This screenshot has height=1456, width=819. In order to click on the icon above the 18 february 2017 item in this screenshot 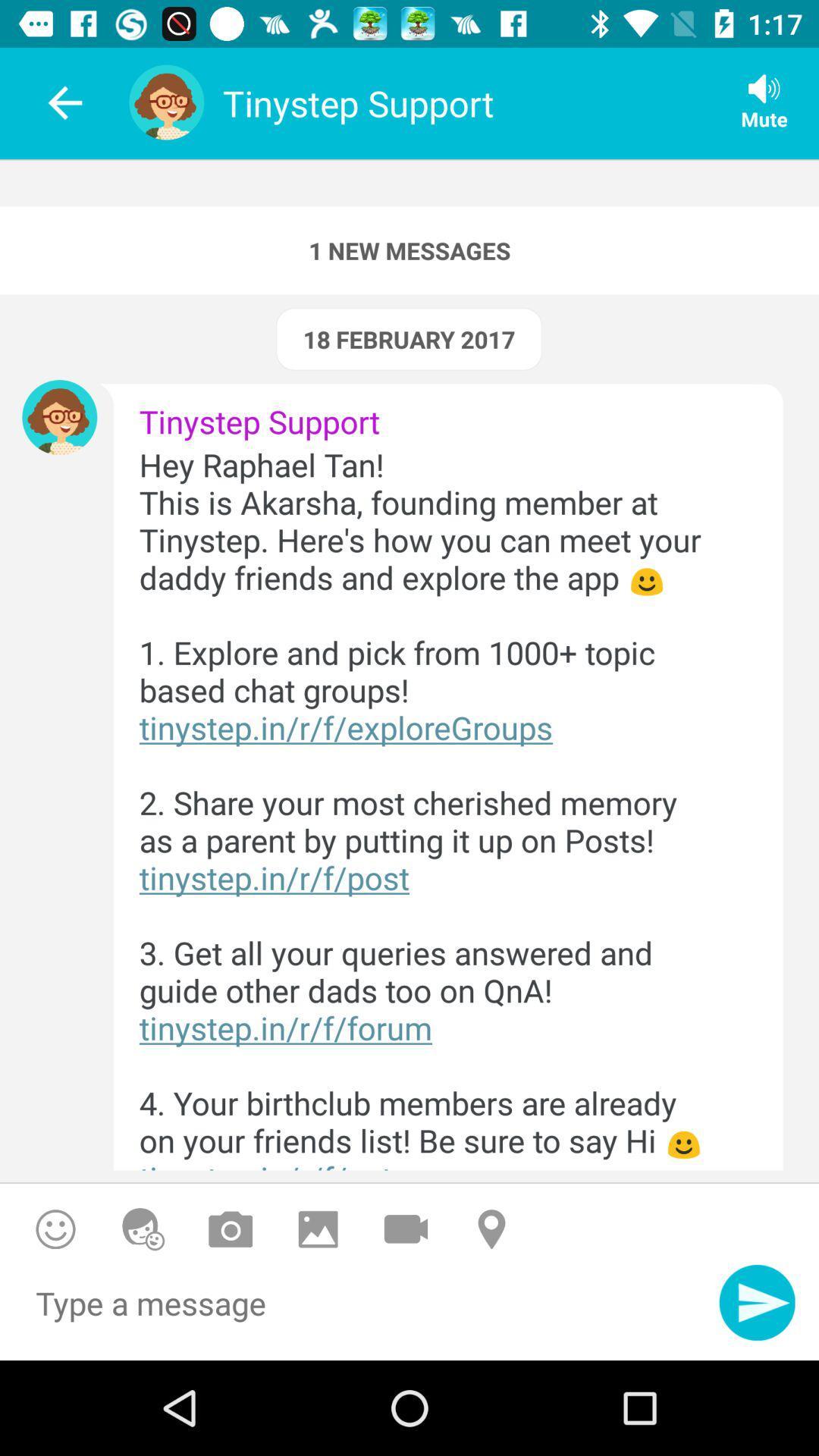, I will do `click(409, 250)`.